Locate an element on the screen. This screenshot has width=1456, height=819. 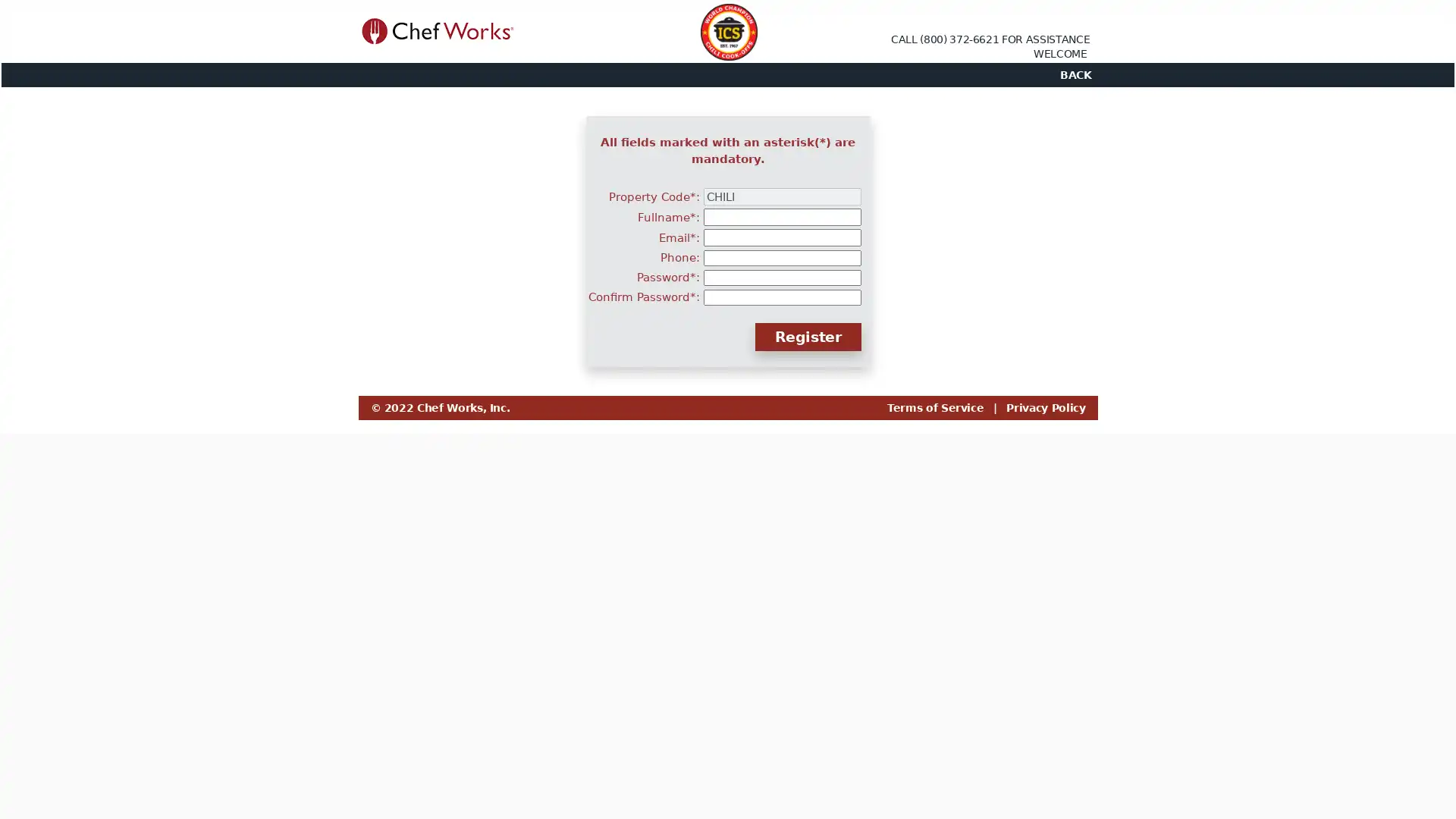
BACK is located at coordinates (1074, 75).